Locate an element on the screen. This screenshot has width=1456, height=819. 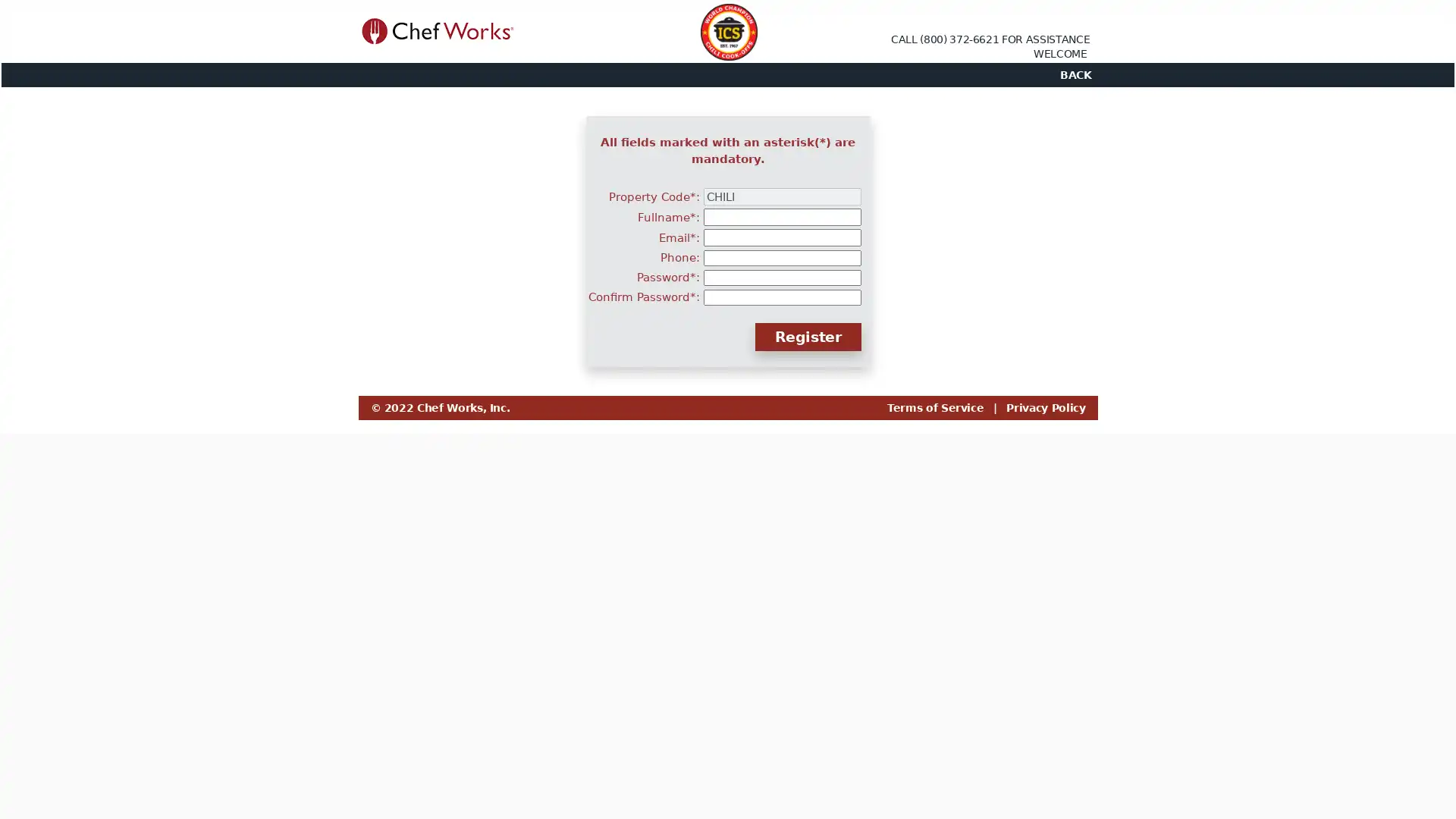
BACK is located at coordinates (1074, 75).